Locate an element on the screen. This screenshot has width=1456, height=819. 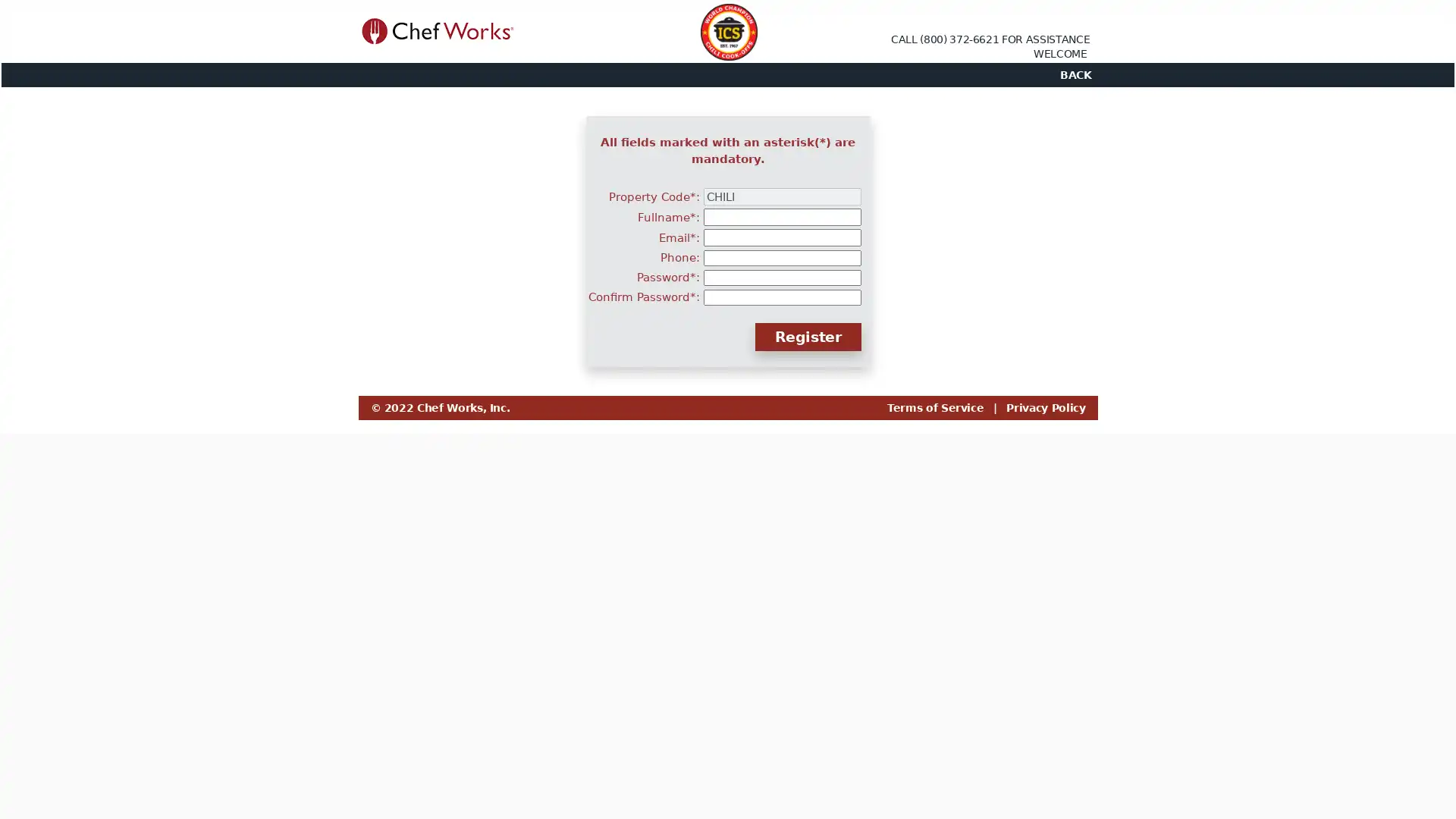
BACK is located at coordinates (1074, 75).